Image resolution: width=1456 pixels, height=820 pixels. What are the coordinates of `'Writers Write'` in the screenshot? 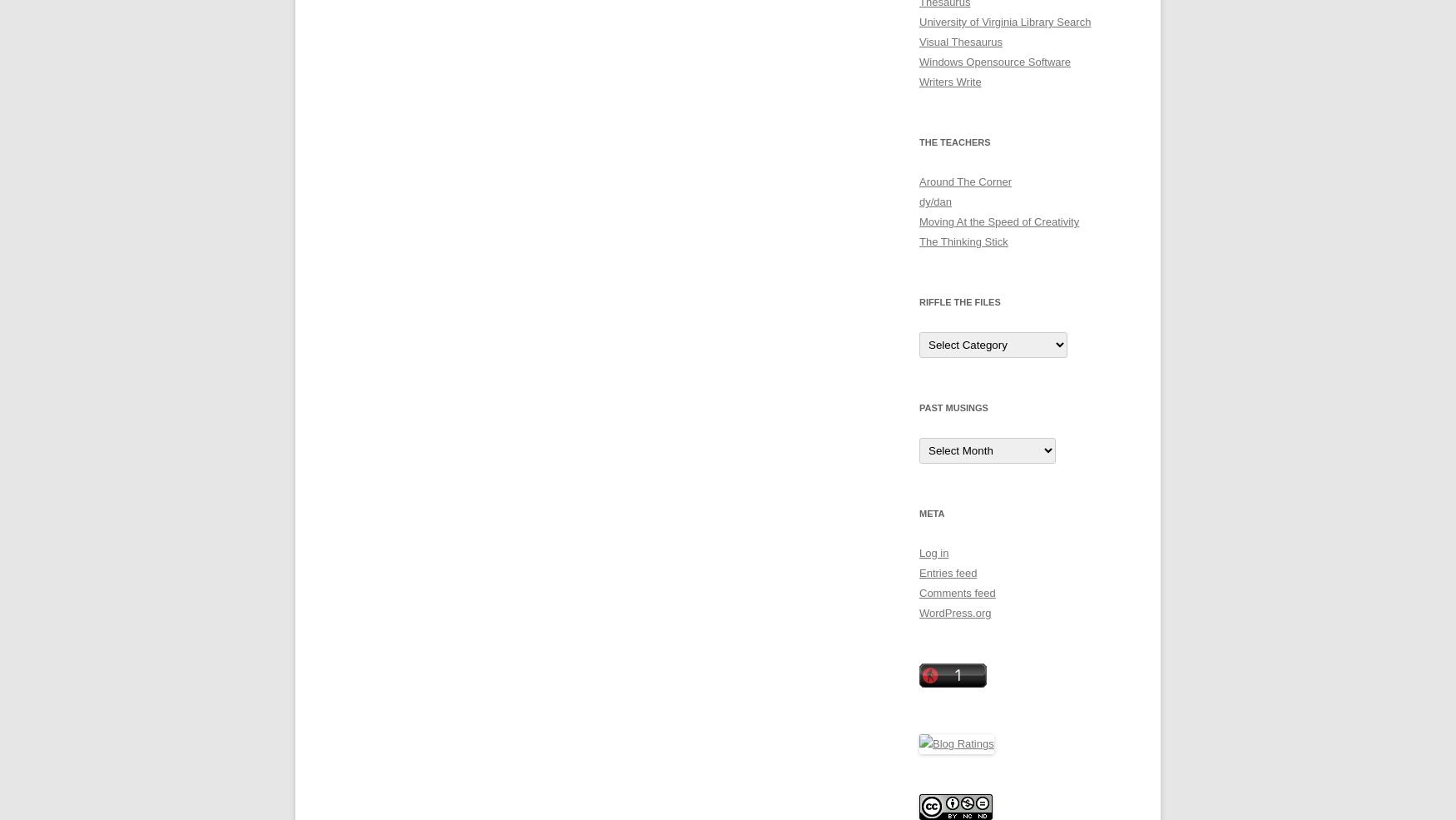 It's located at (949, 81).